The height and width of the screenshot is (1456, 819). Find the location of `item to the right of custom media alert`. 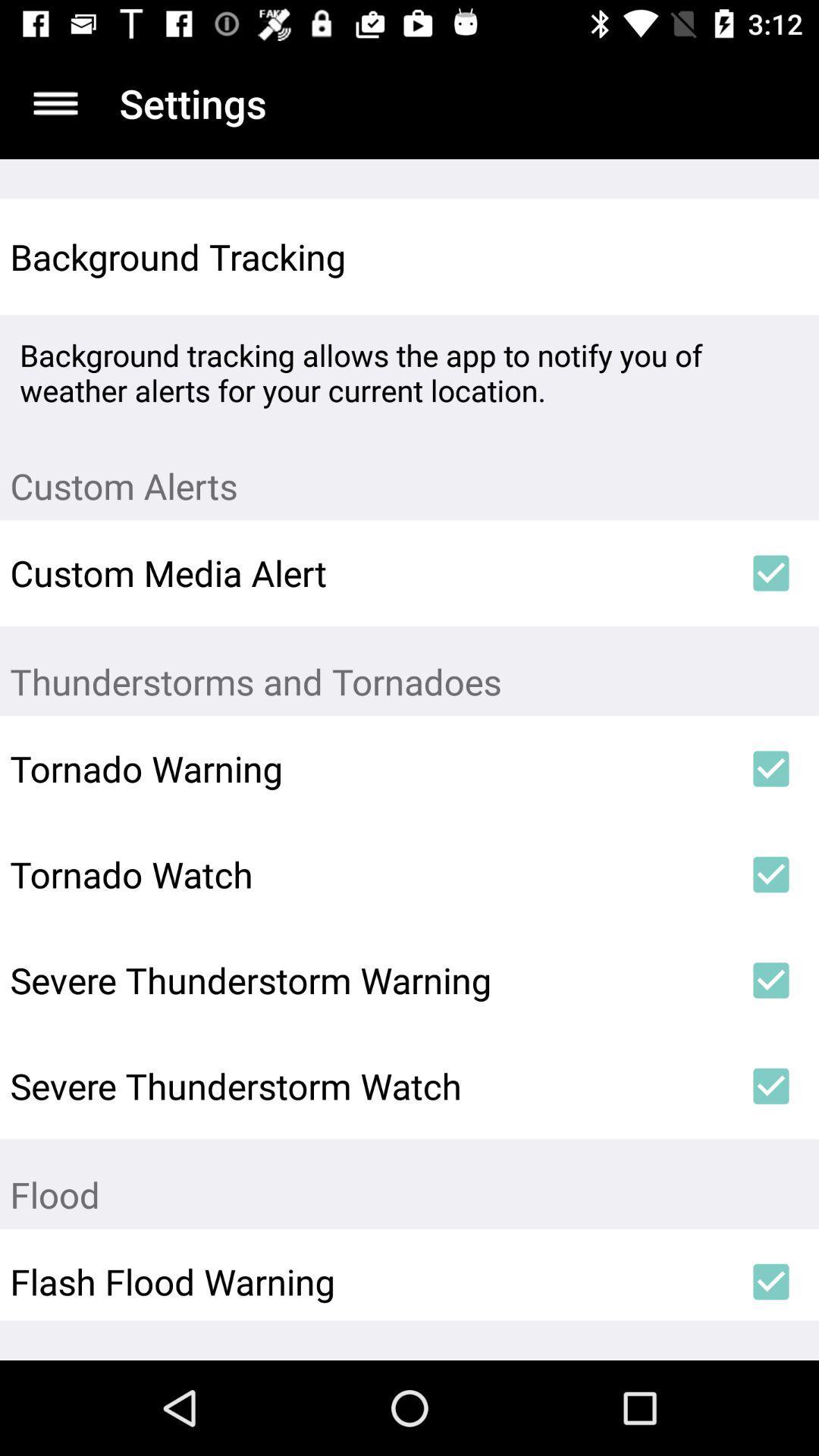

item to the right of custom media alert is located at coordinates (771, 572).